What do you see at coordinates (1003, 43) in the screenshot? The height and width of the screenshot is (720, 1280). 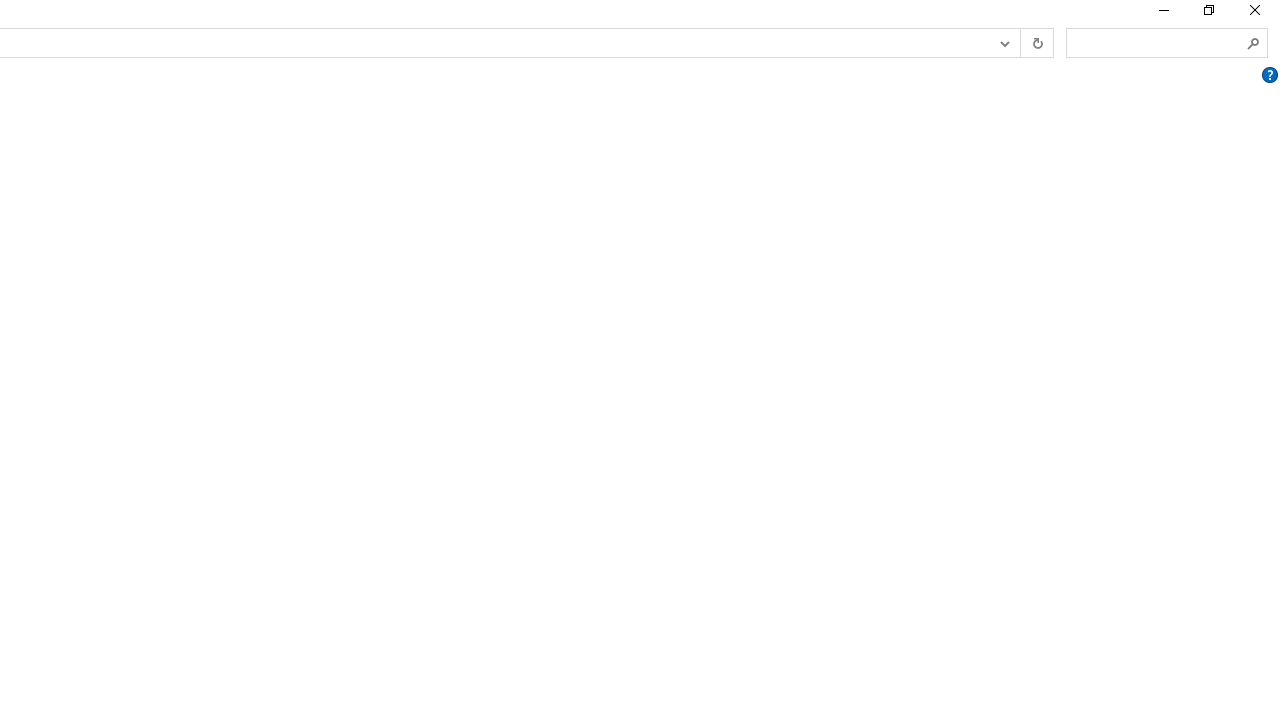 I see `'Previous Locations'` at bounding box center [1003, 43].